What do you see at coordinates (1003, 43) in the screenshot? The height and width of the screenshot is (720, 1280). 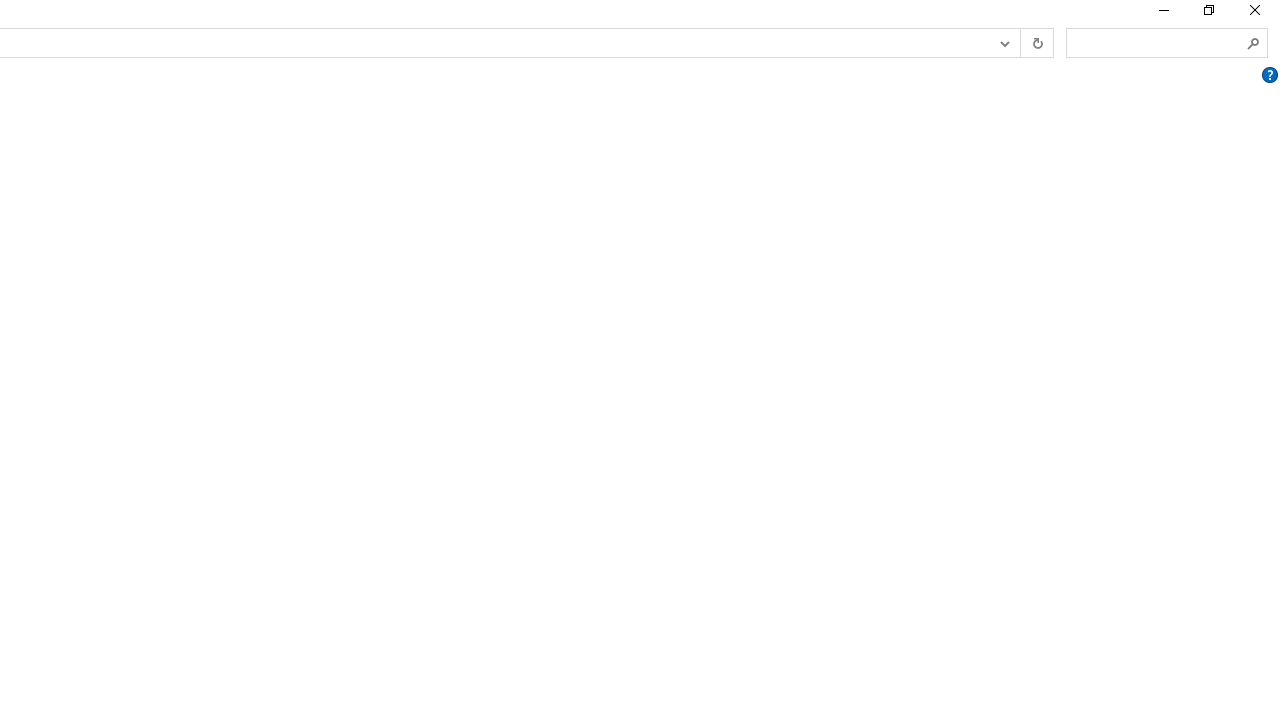 I see `'Previous Locations'` at bounding box center [1003, 43].